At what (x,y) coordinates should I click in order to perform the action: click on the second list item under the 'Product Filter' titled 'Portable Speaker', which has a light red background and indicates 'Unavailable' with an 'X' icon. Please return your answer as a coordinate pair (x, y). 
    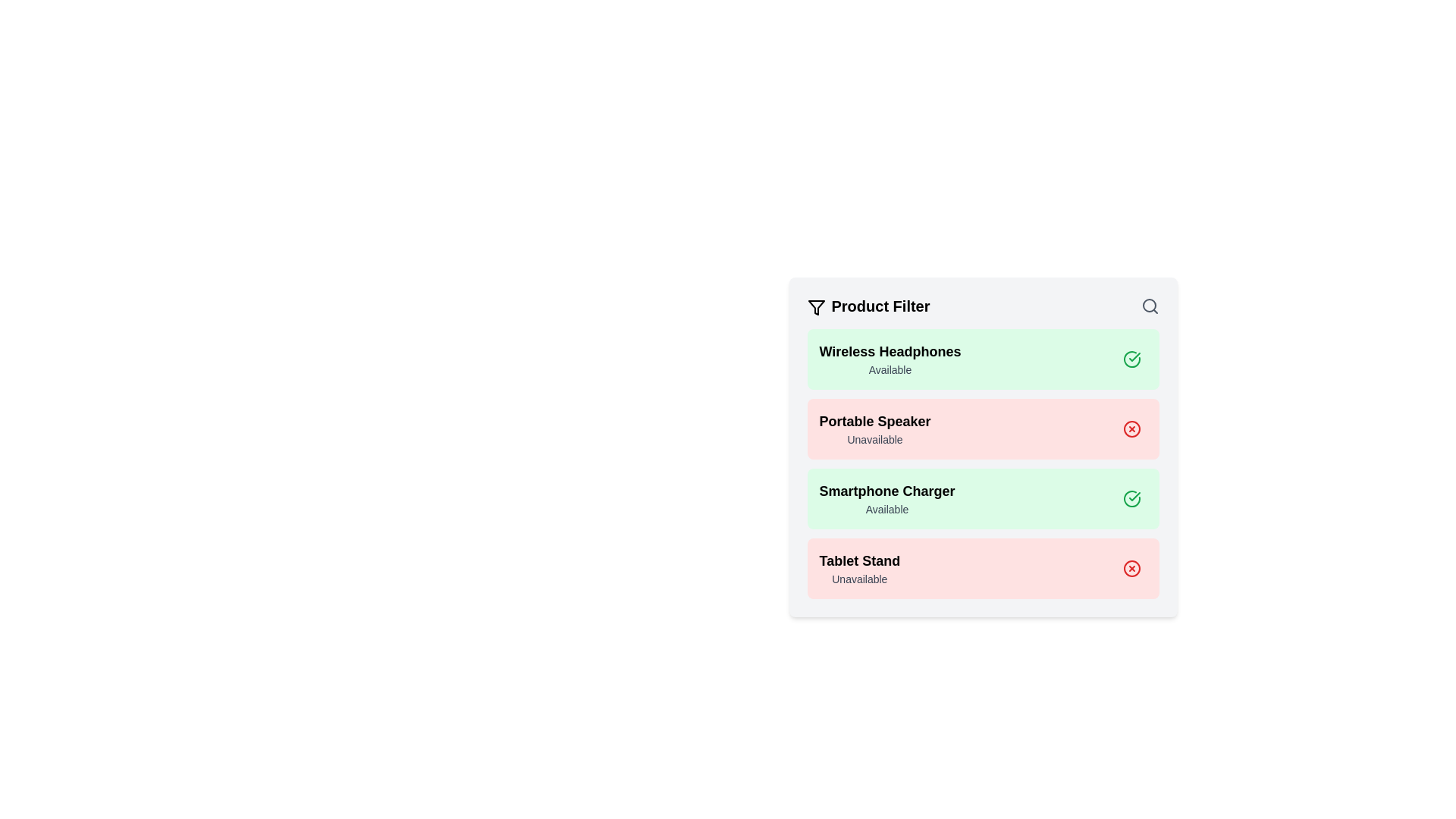
    Looking at the image, I should click on (983, 463).